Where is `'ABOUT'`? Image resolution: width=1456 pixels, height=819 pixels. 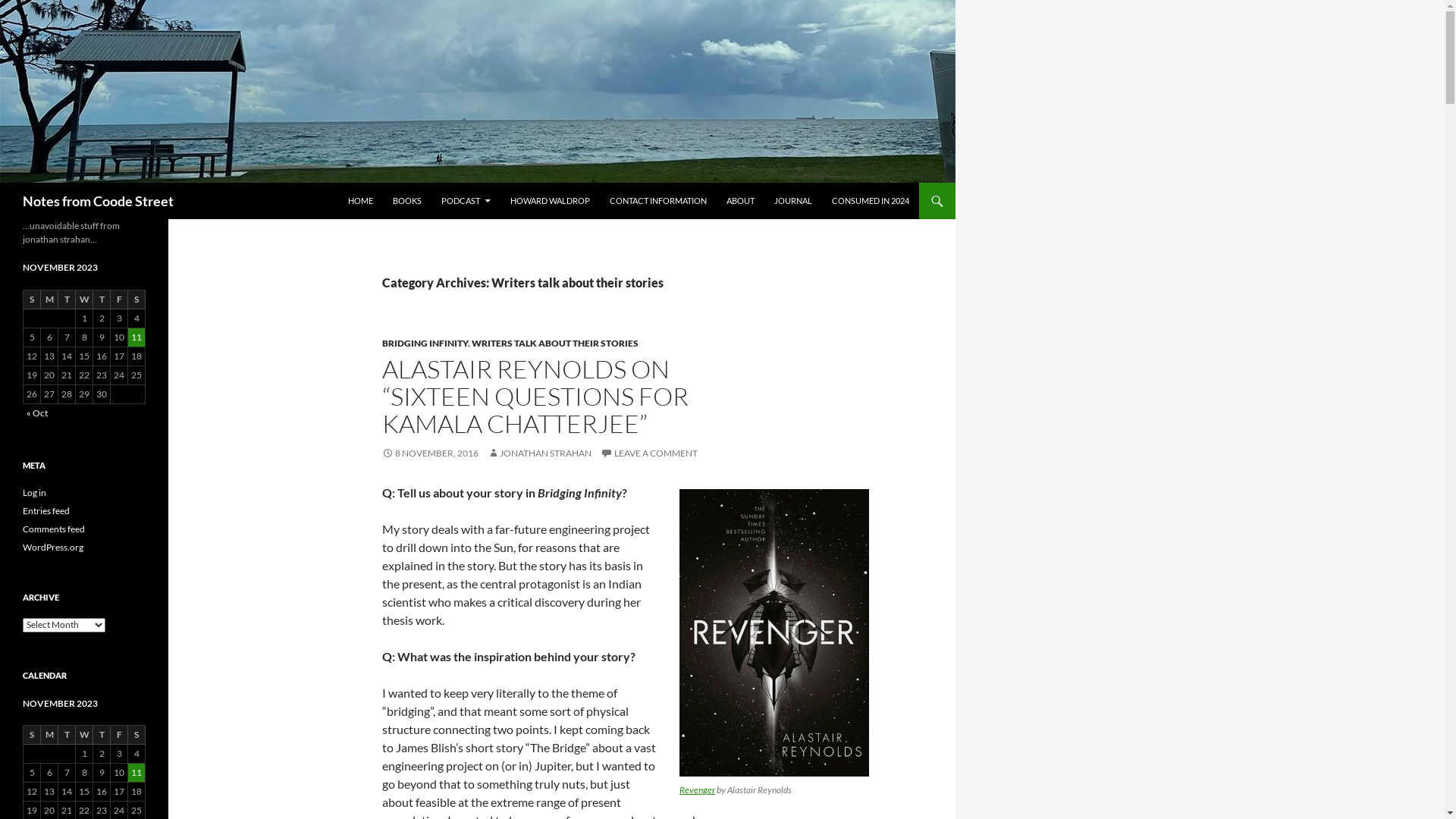 'ABOUT' is located at coordinates (740, 200).